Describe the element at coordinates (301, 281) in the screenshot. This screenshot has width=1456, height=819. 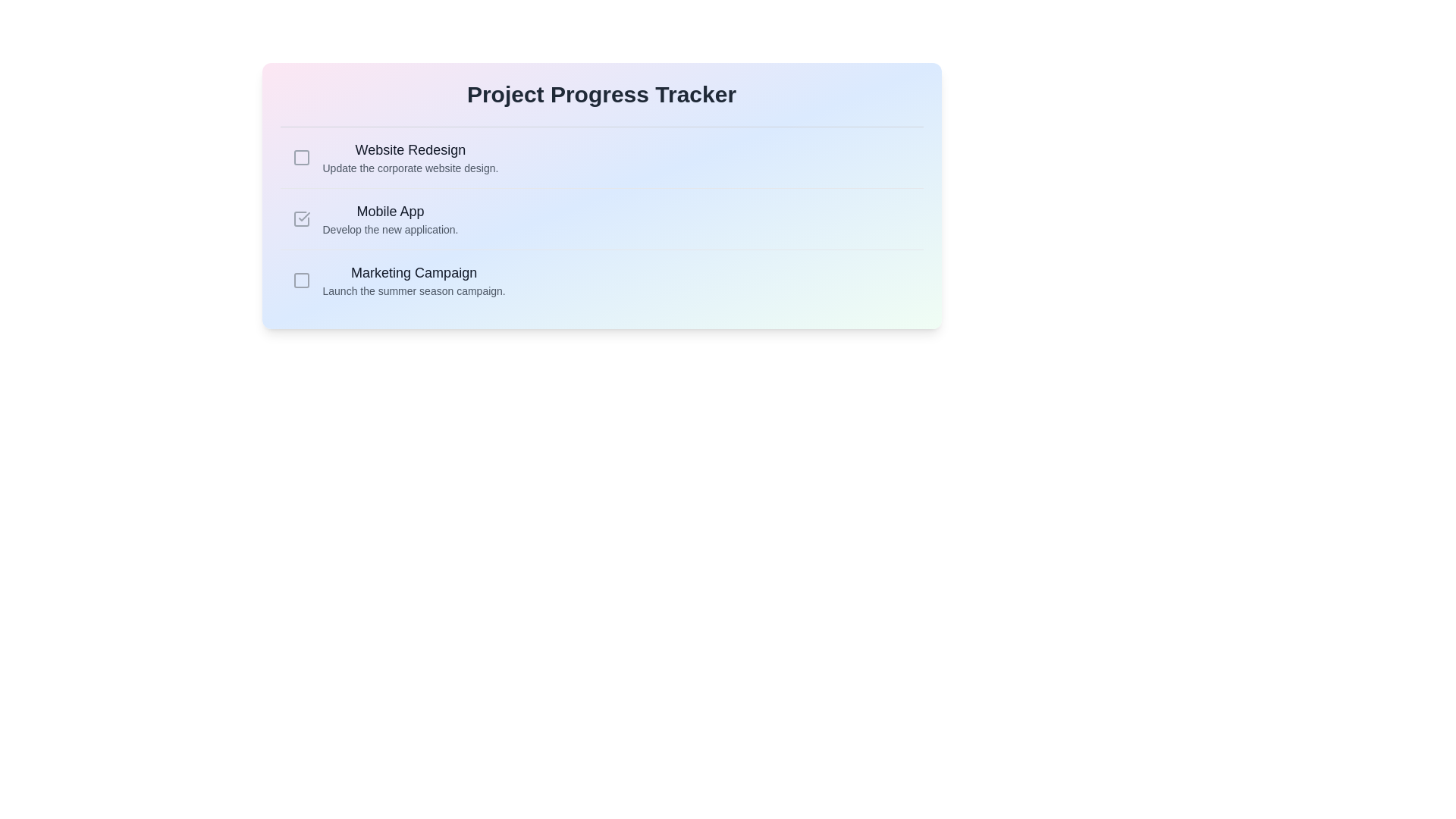
I see `the checkbox corresponding to the project titled 'Marketing Campaign' to toggle its completion status` at that location.